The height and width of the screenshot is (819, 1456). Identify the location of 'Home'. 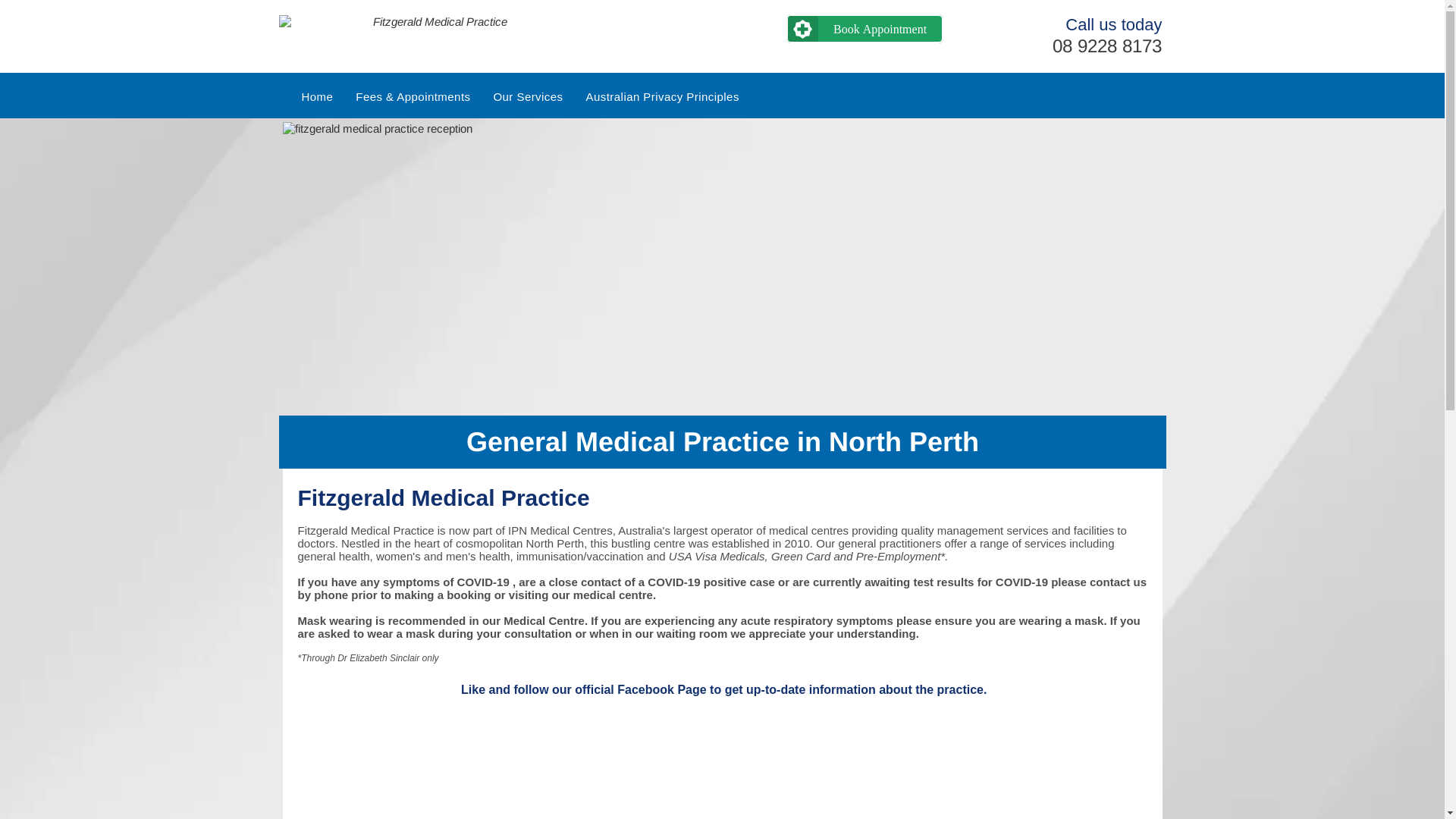
(290, 96).